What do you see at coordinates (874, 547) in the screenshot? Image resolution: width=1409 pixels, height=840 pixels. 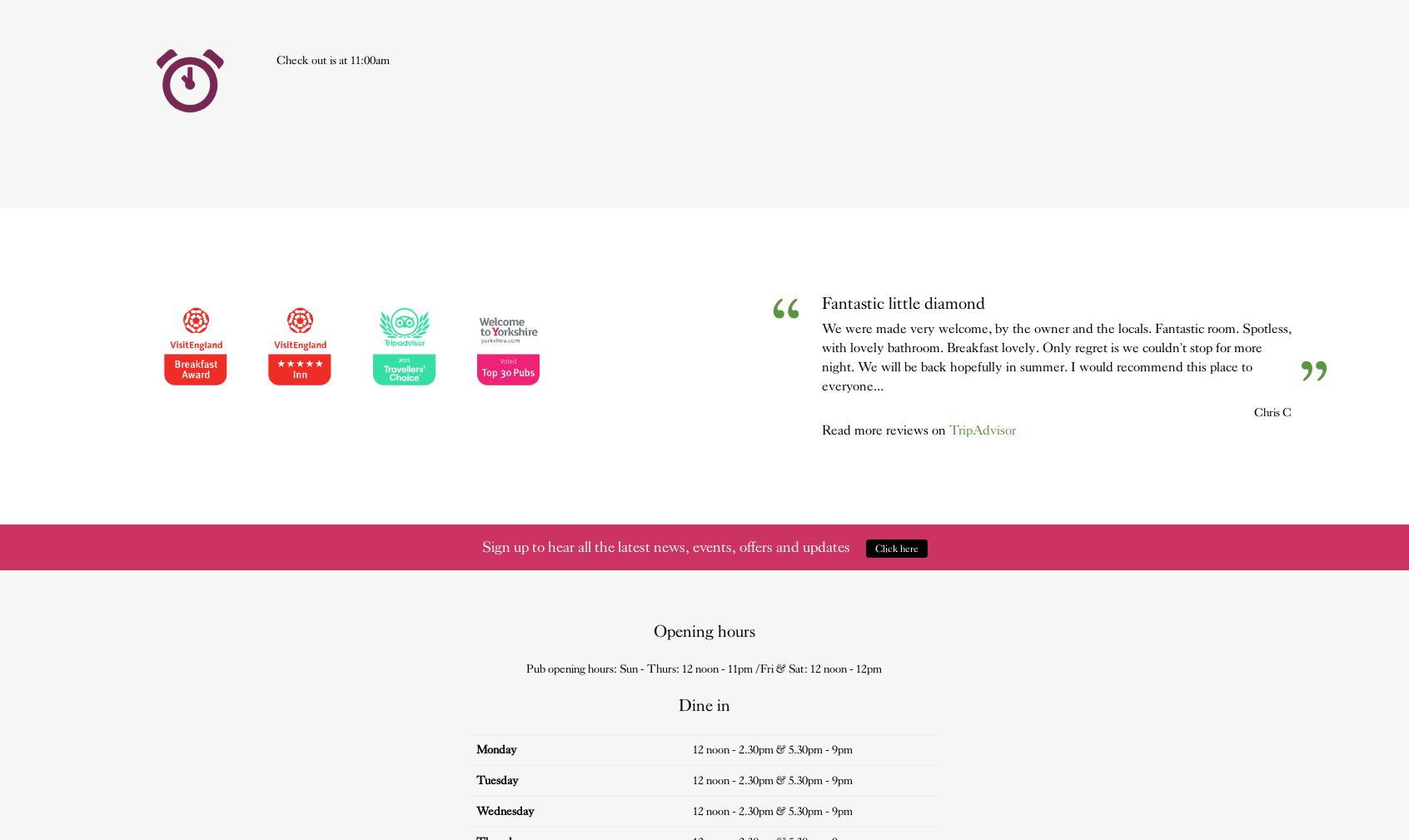 I see `'Click here'` at bounding box center [874, 547].